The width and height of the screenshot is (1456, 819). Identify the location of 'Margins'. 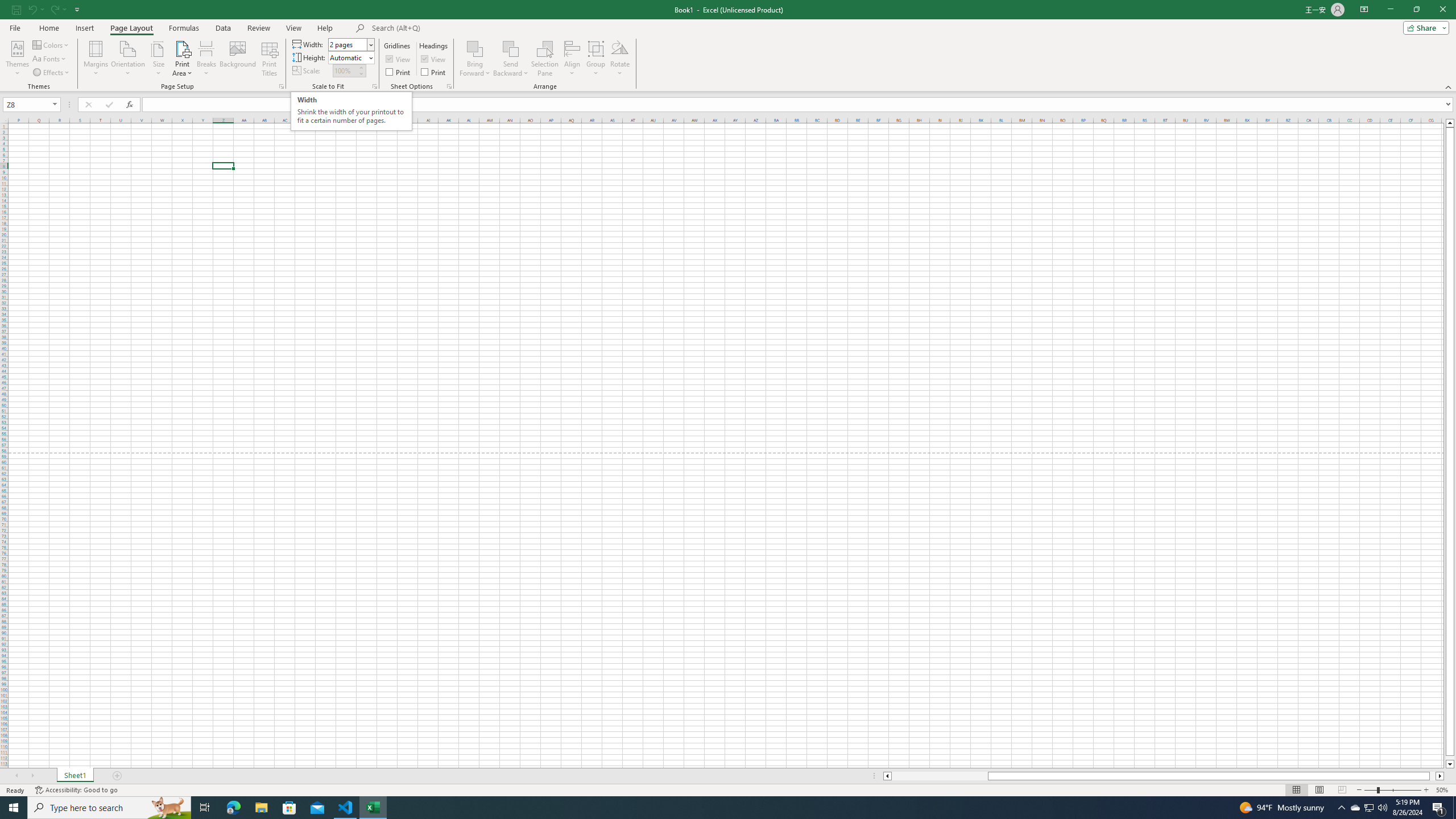
(95, 59).